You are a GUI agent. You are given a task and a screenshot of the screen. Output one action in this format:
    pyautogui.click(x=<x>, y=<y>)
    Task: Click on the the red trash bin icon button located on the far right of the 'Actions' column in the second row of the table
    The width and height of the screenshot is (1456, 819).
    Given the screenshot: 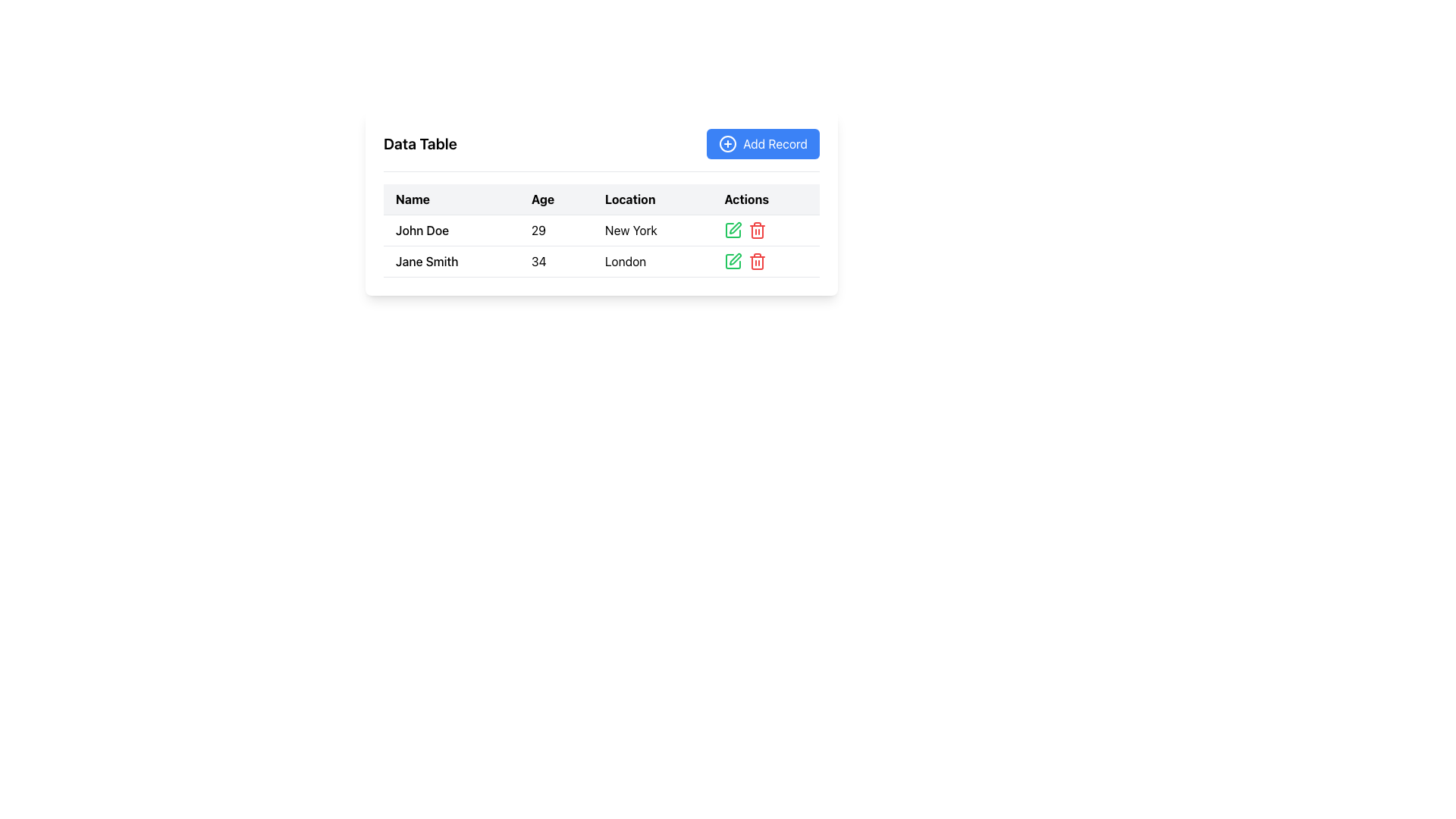 What is the action you would take?
    pyautogui.click(x=757, y=231)
    